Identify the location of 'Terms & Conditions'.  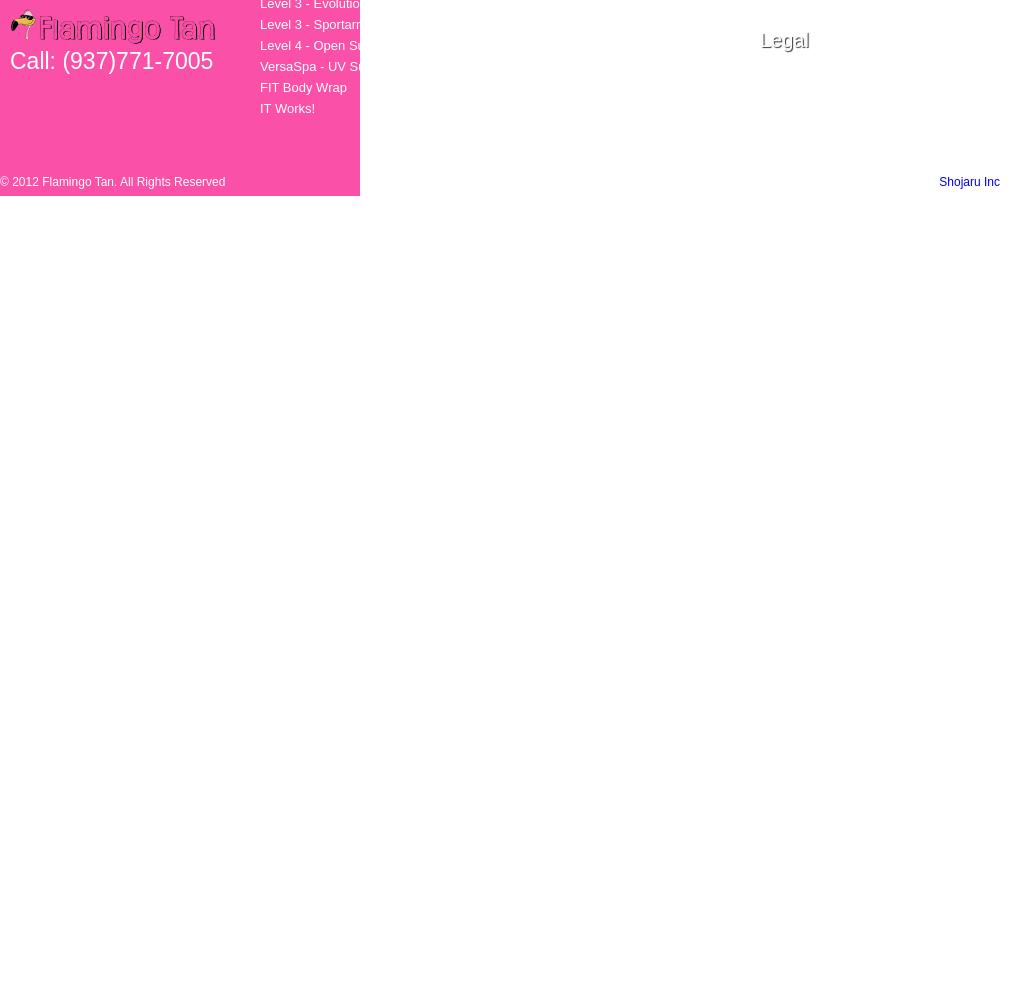
(816, 74).